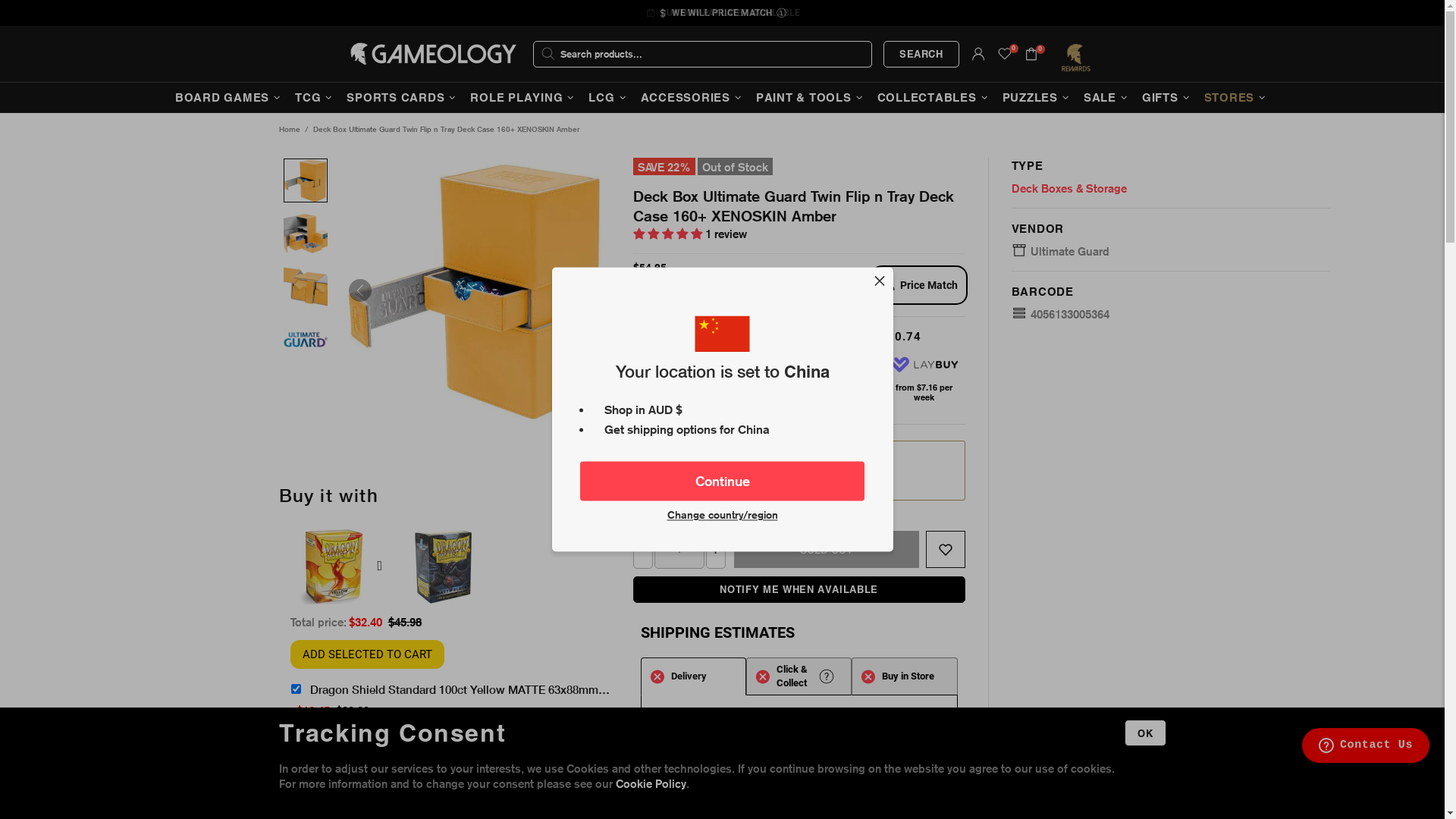  I want to click on 'ADD SELECTED TO CART', so click(366, 654).